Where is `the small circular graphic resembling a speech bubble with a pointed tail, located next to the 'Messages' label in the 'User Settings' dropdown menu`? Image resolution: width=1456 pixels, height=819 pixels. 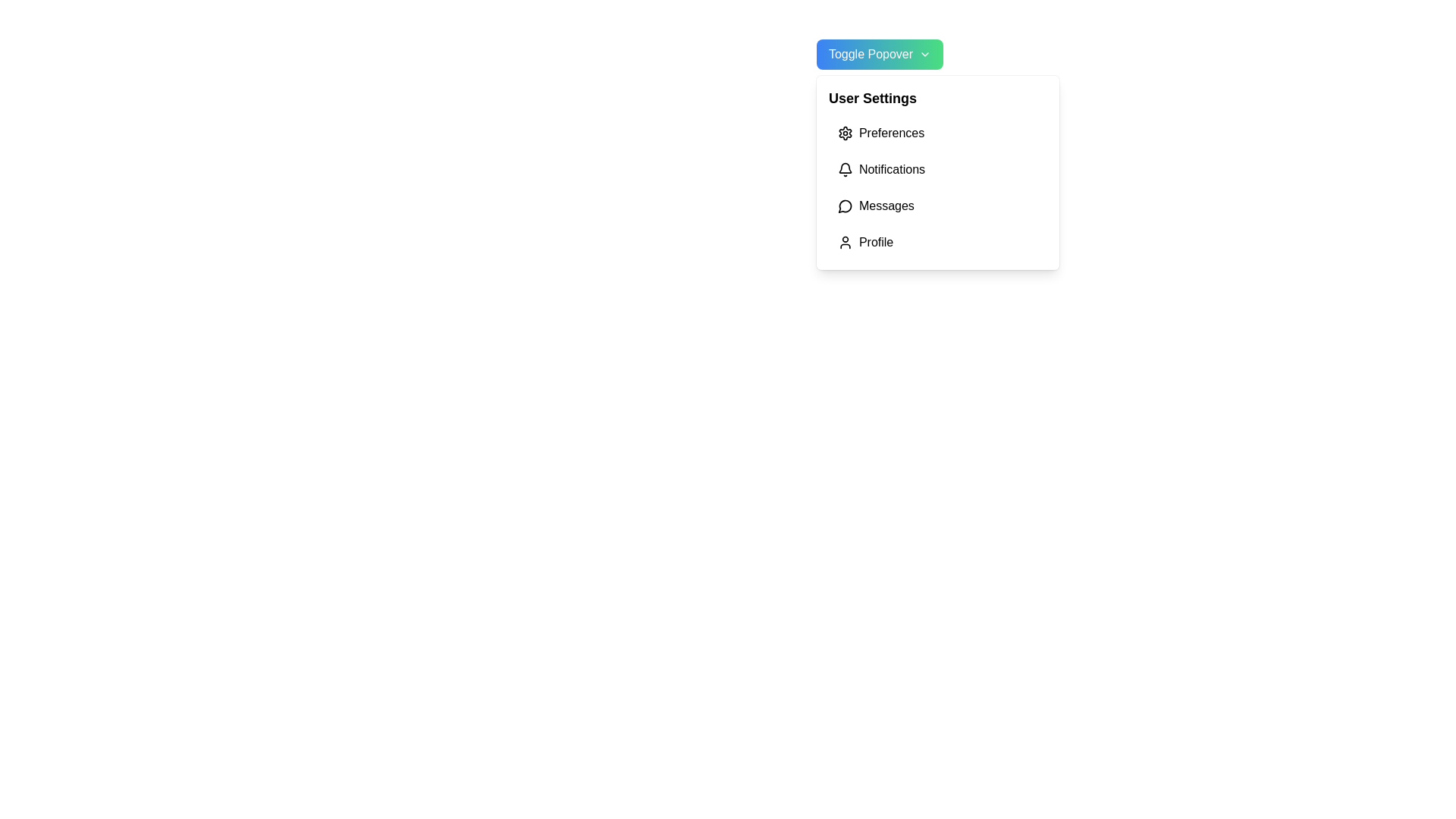 the small circular graphic resembling a speech bubble with a pointed tail, located next to the 'Messages' label in the 'User Settings' dropdown menu is located at coordinates (844, 206).